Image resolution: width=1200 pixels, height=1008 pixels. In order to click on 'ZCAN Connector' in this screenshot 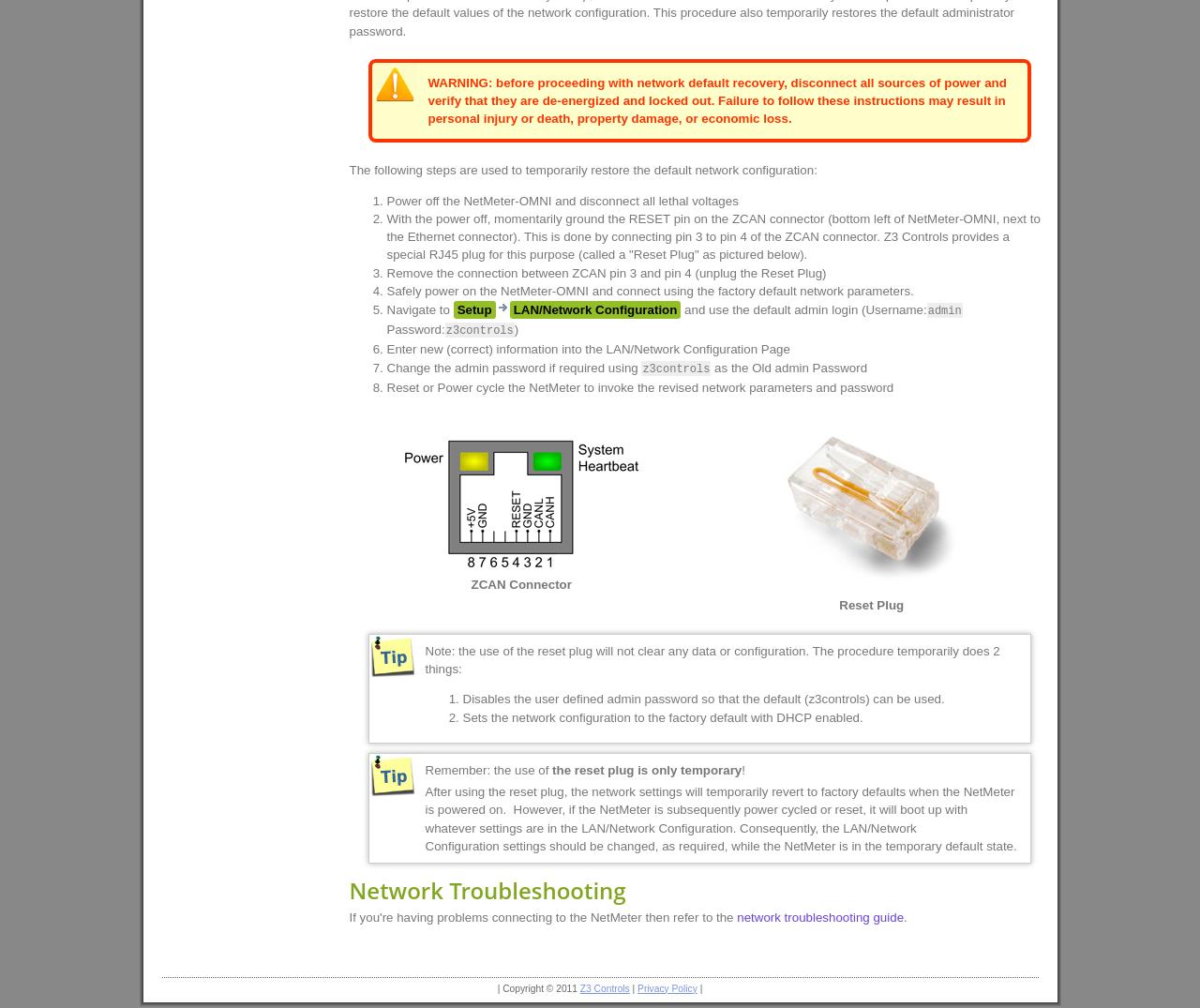, I will do `click(520, 582)`.